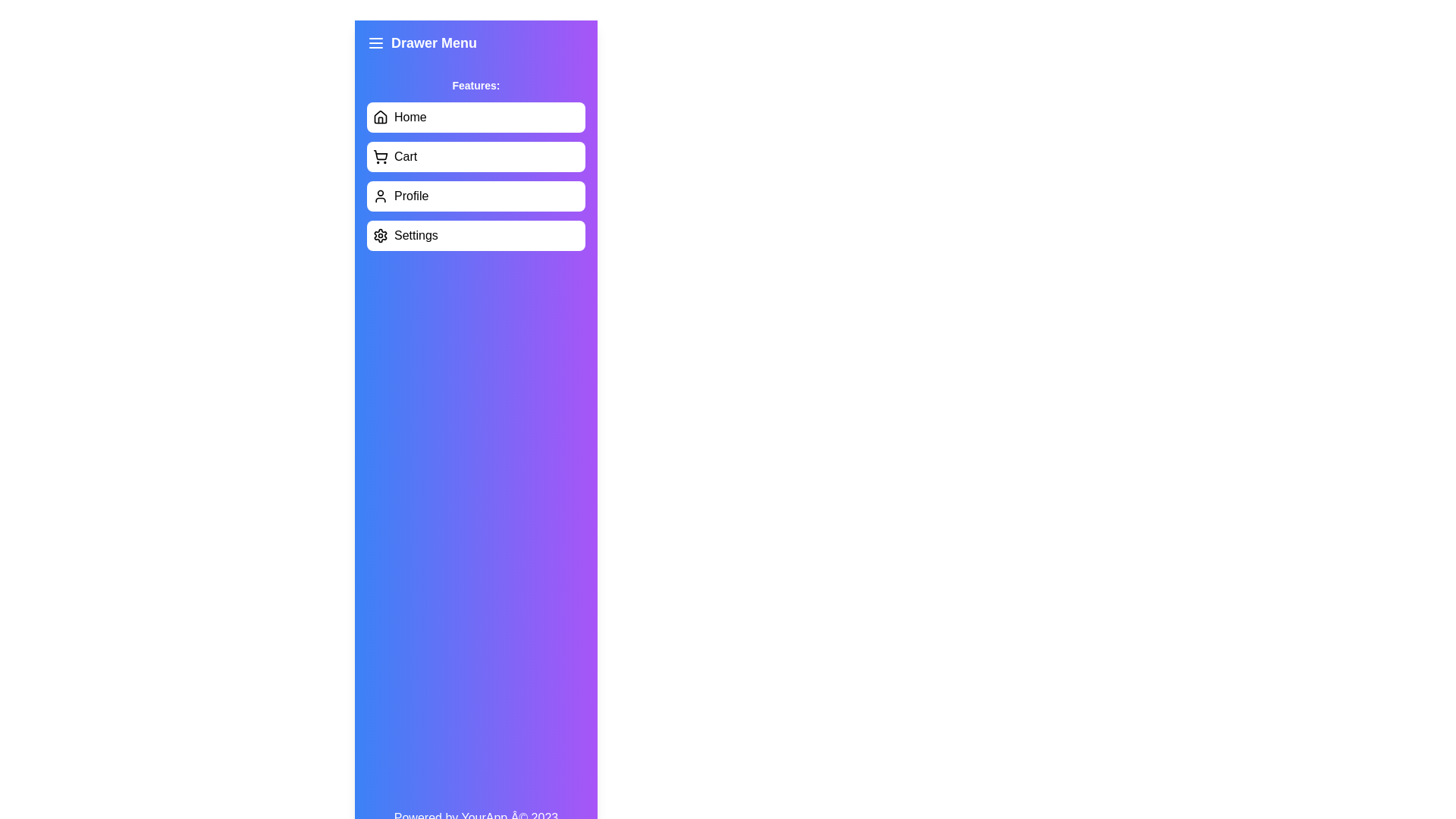 Image resolution: width=1456 pixels, height=819 pixels. Describe the element at coordinates (406, 157) in the screenshot. I see `the 'Cart' text label which is part of a button in the sidebar menu, located immediately below 'Home' and above 'Profile'` at that location.